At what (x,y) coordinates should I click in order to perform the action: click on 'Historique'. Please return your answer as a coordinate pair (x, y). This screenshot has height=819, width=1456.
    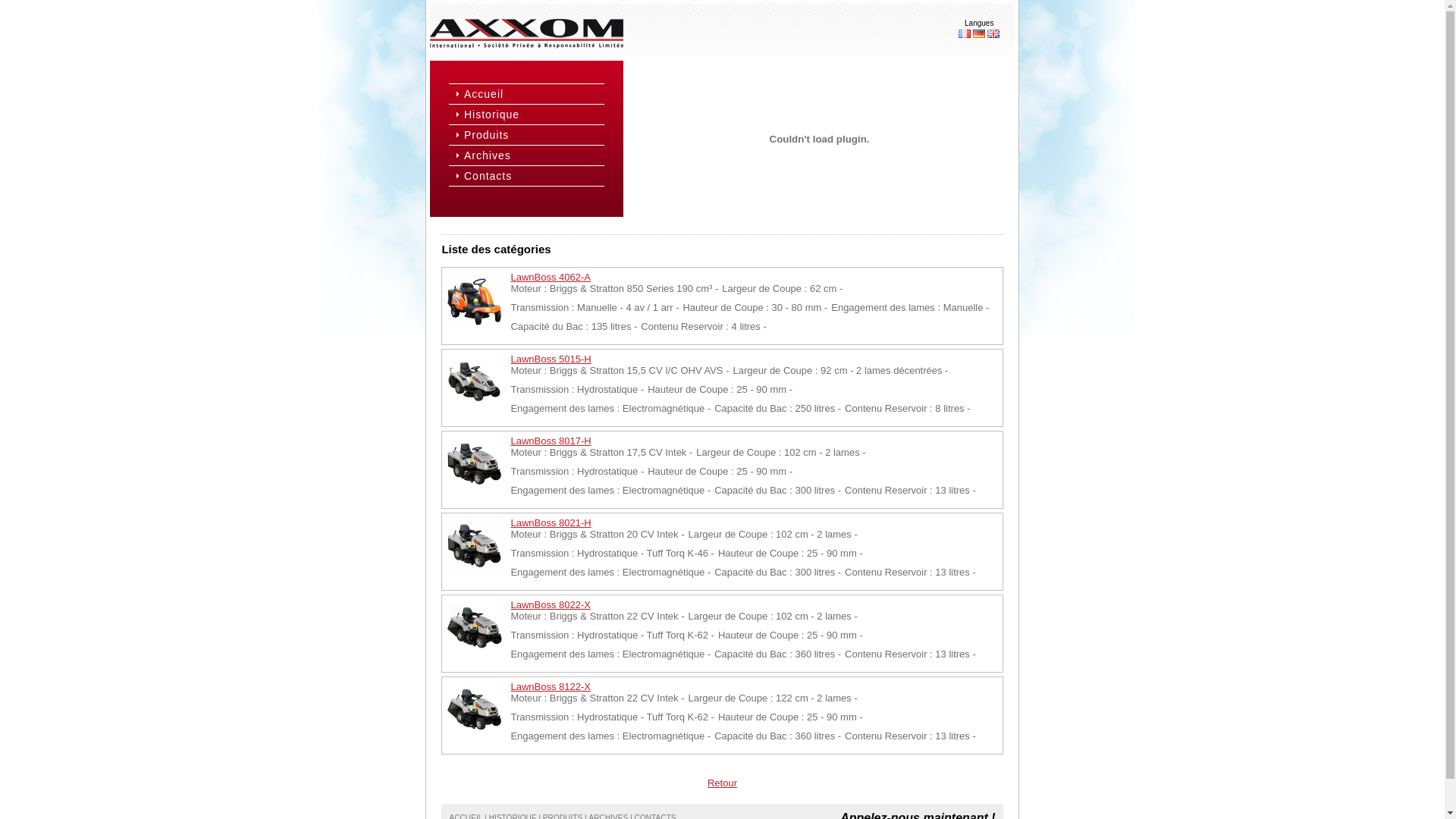
    Looking at the image, I should click on (532, 113).